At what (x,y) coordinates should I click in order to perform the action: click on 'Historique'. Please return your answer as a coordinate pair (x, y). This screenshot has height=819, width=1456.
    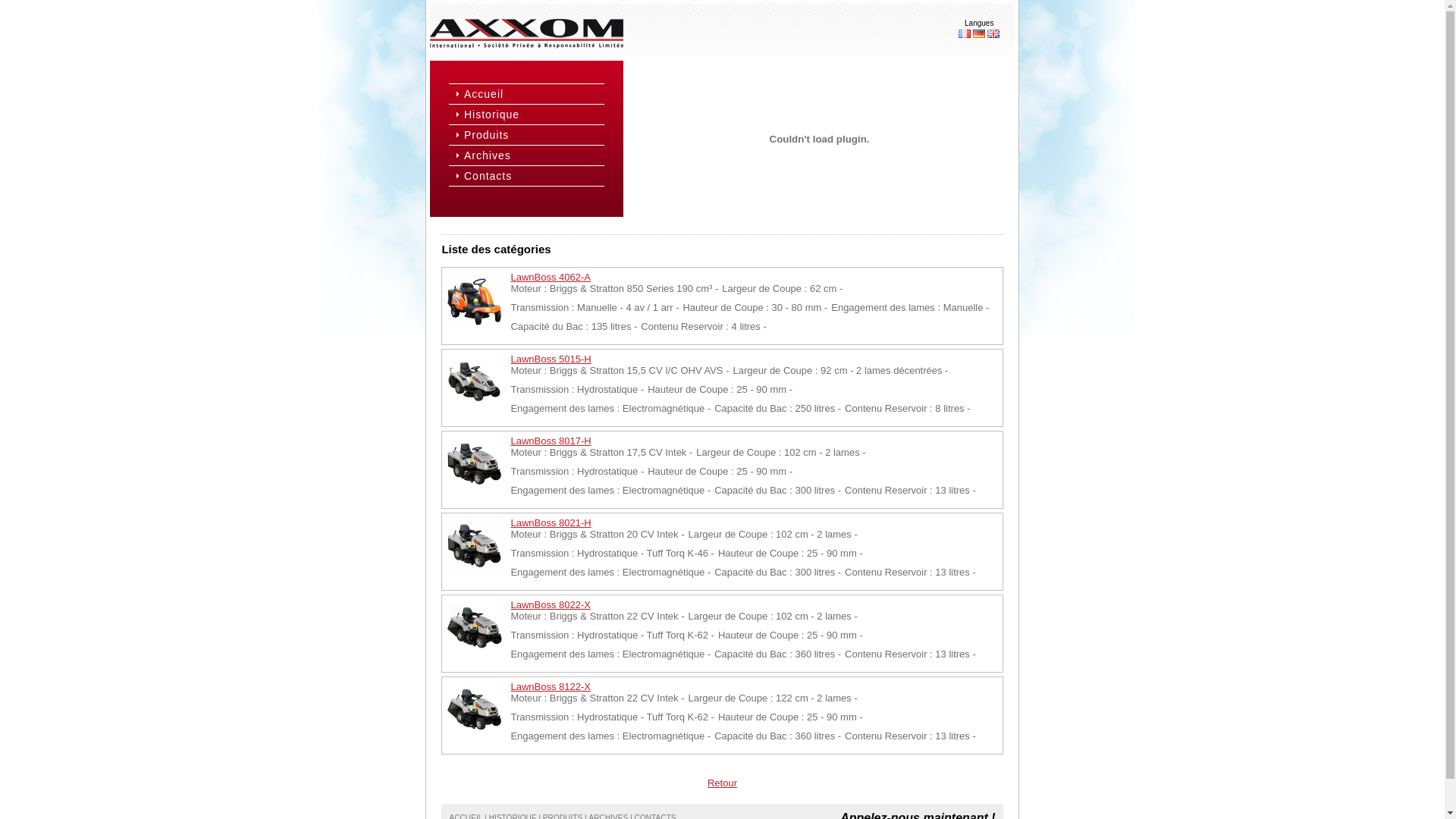
    Looking at the image, I should click on (532, 113).